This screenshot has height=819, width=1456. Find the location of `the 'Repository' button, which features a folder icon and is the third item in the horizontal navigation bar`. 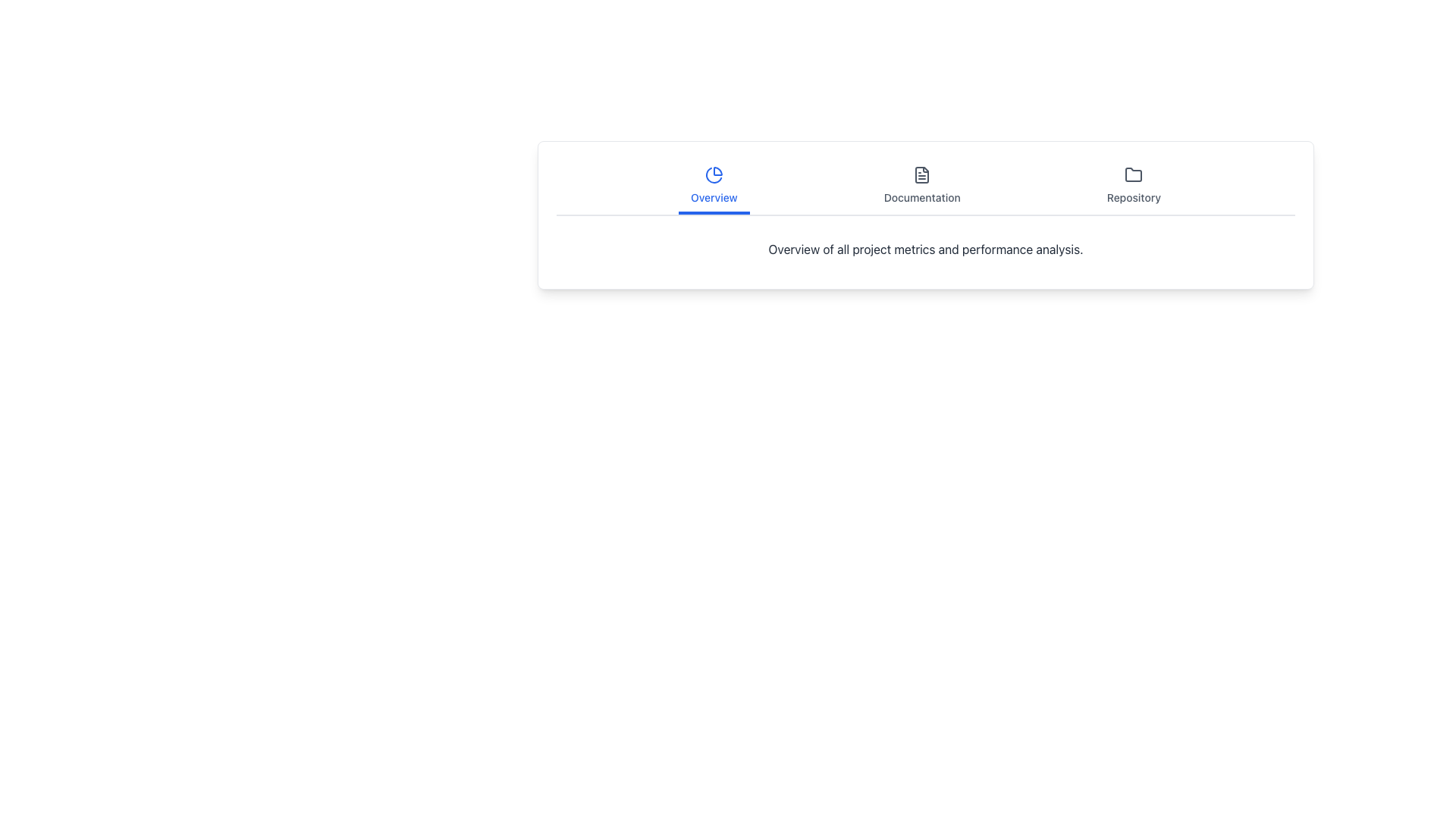

the 'Repository' button, which features a folder icon and is the third item in the horizontal navigation bar is located at coordinates (1134, 186).